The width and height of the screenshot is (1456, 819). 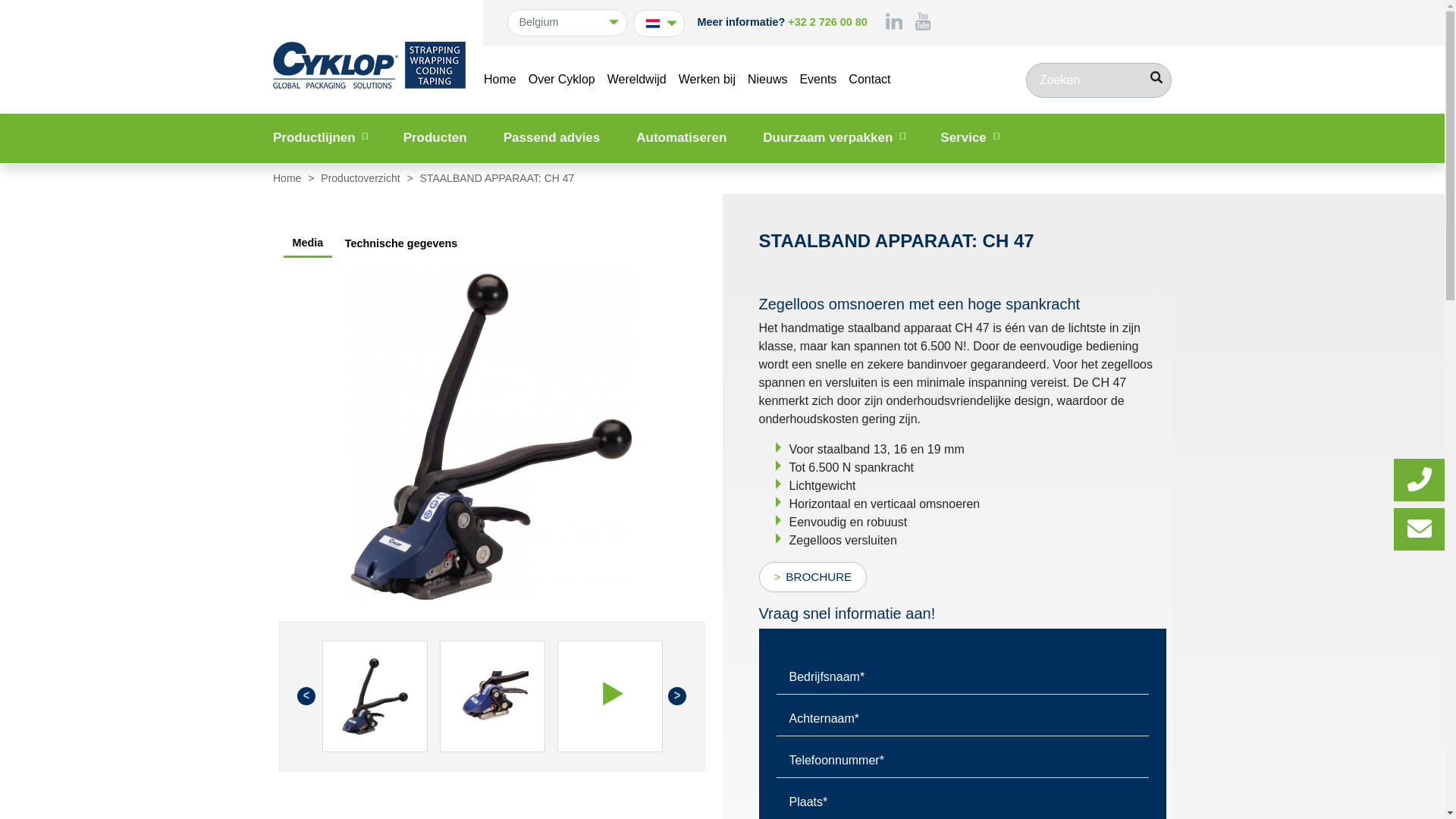 I want to click on 'Wereldwijd', so click(x=637, y=79).